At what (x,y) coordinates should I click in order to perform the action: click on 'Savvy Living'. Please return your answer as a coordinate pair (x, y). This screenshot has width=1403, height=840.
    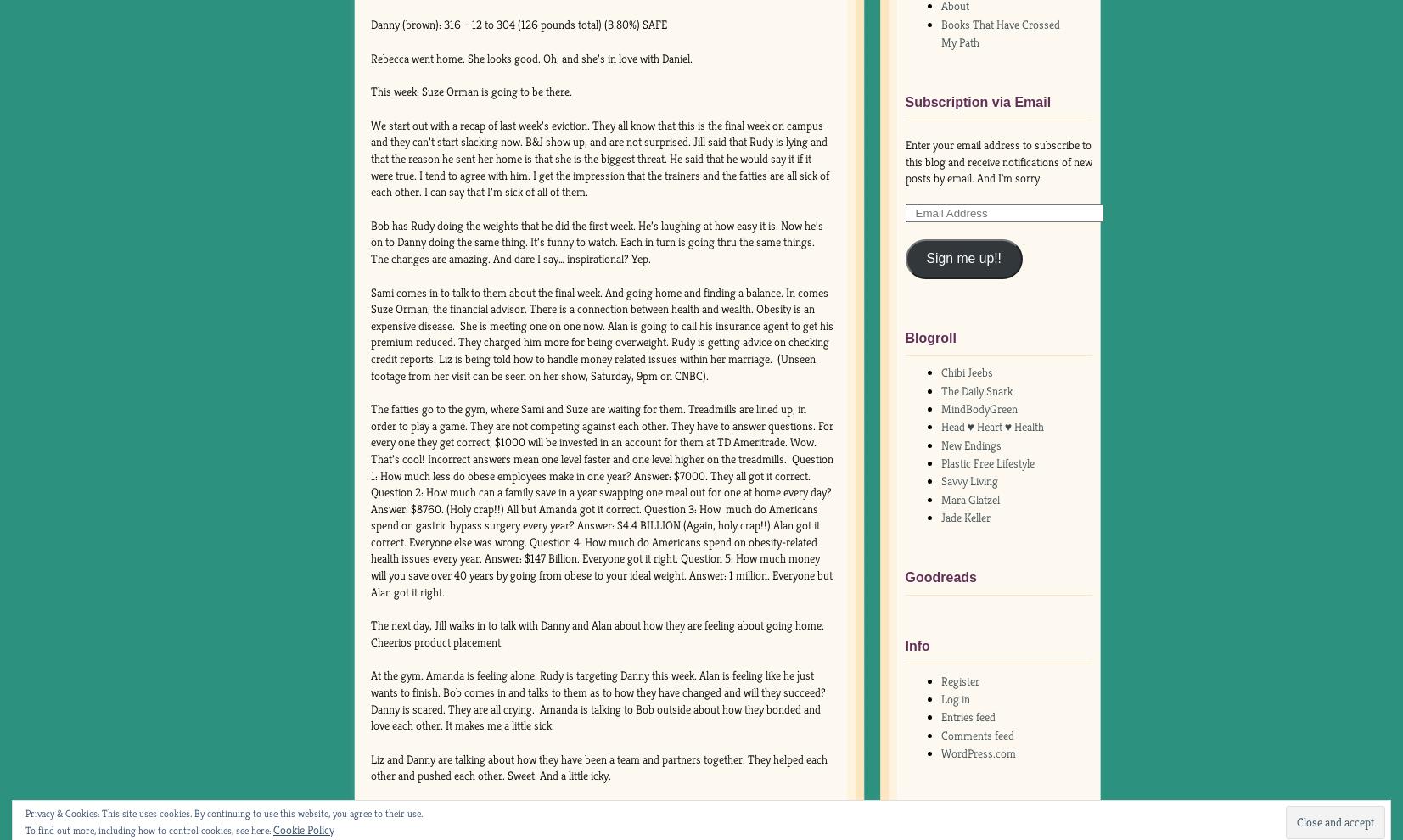
    Looking at the image, I should click on (968, 480).